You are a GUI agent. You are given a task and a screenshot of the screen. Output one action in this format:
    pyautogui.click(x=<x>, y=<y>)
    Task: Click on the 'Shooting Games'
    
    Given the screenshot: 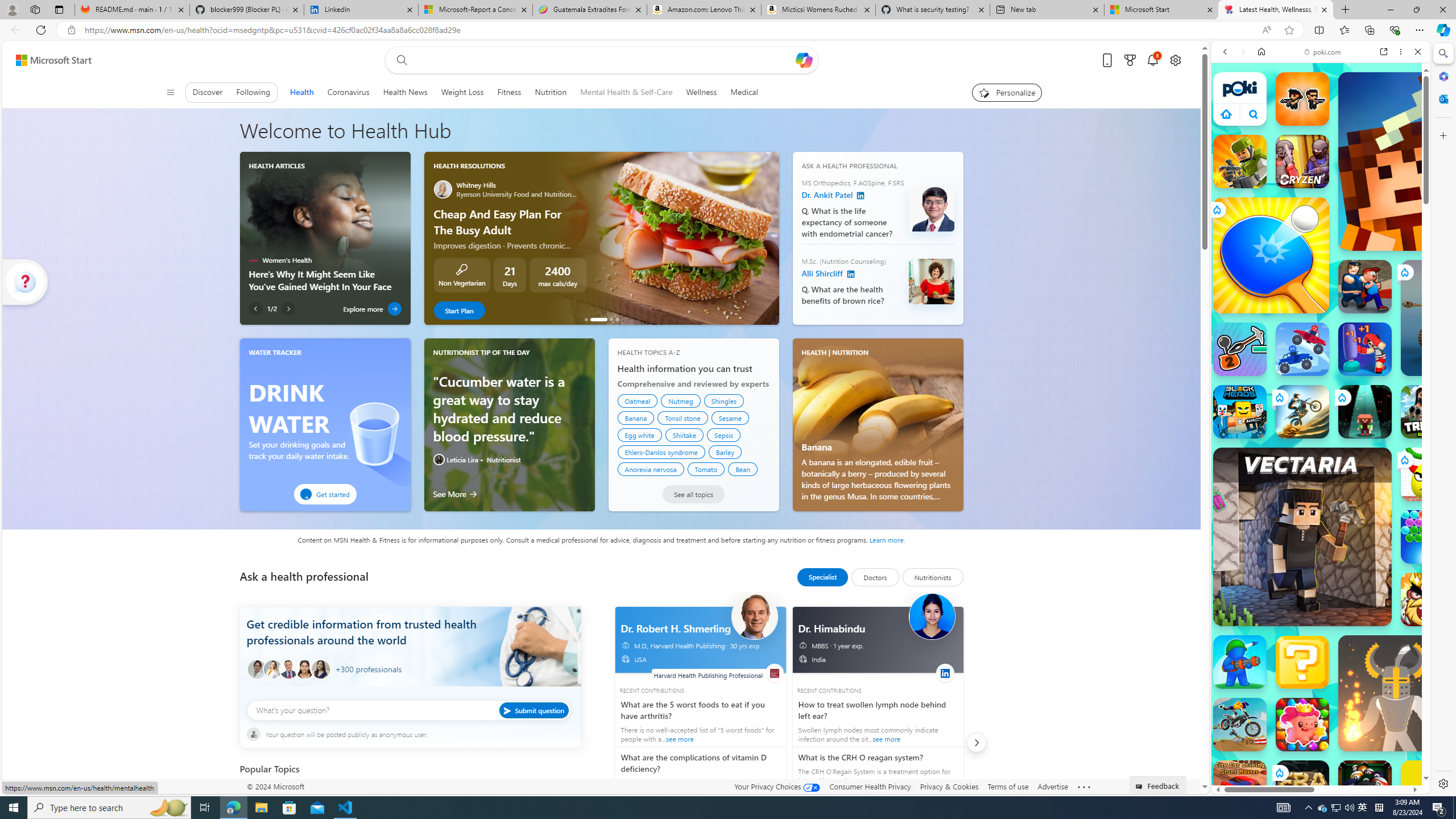 What is the action you would take?
    pyautogui.click(x=1319, y=295)
    